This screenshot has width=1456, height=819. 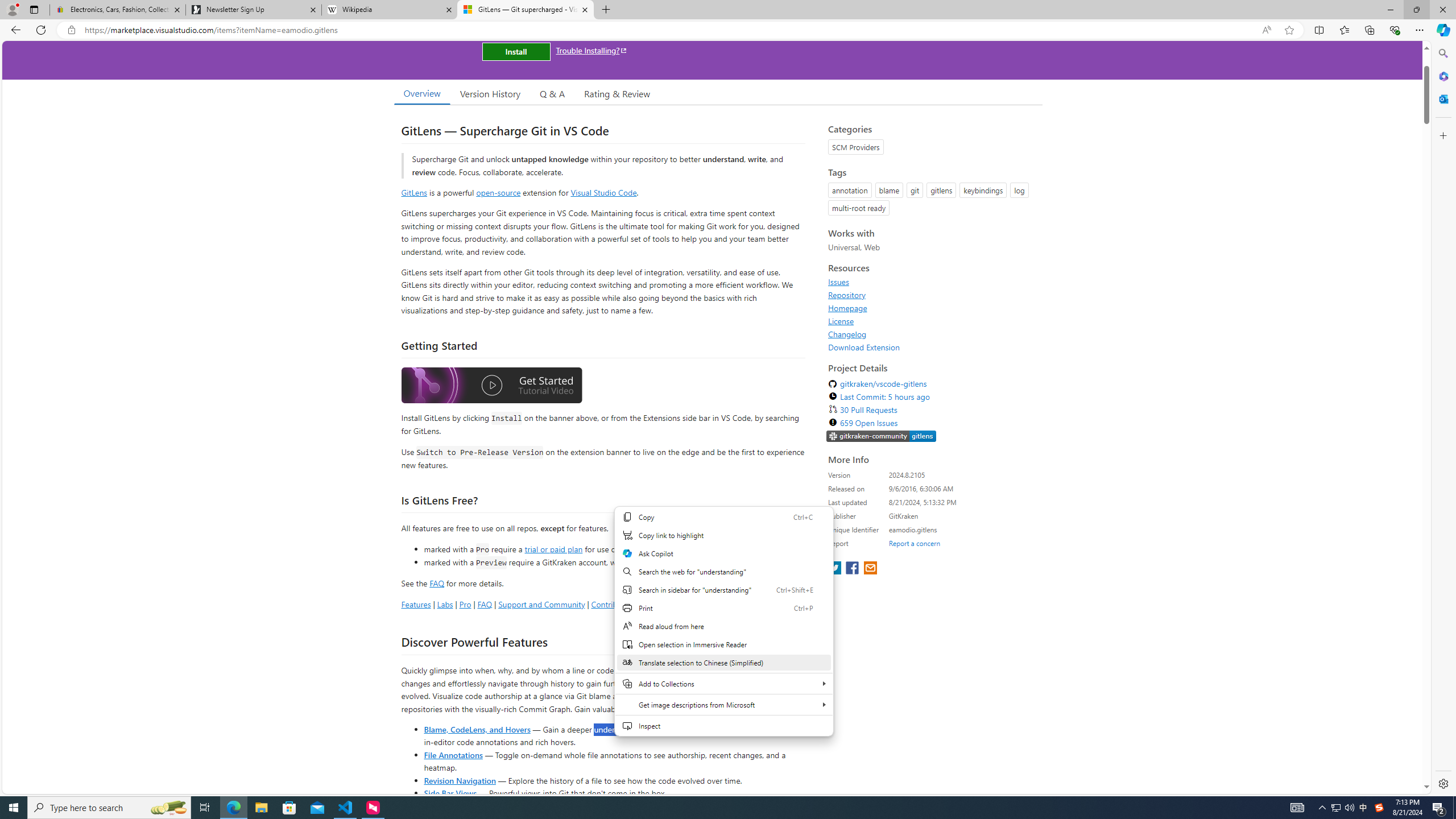 What do you see at coordinates (552, 93) in the screenshot?
I see `'Q & A'` at bounding box center [552, 93].